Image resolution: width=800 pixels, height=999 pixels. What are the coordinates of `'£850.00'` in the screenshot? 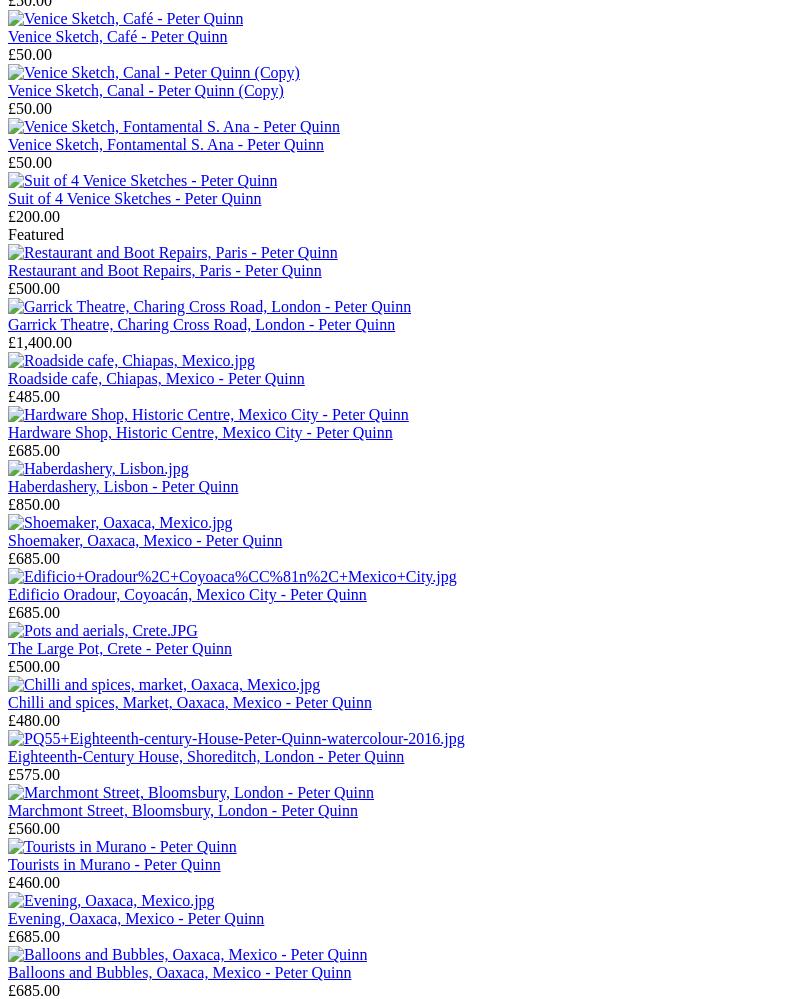 It's located at (8, 503).